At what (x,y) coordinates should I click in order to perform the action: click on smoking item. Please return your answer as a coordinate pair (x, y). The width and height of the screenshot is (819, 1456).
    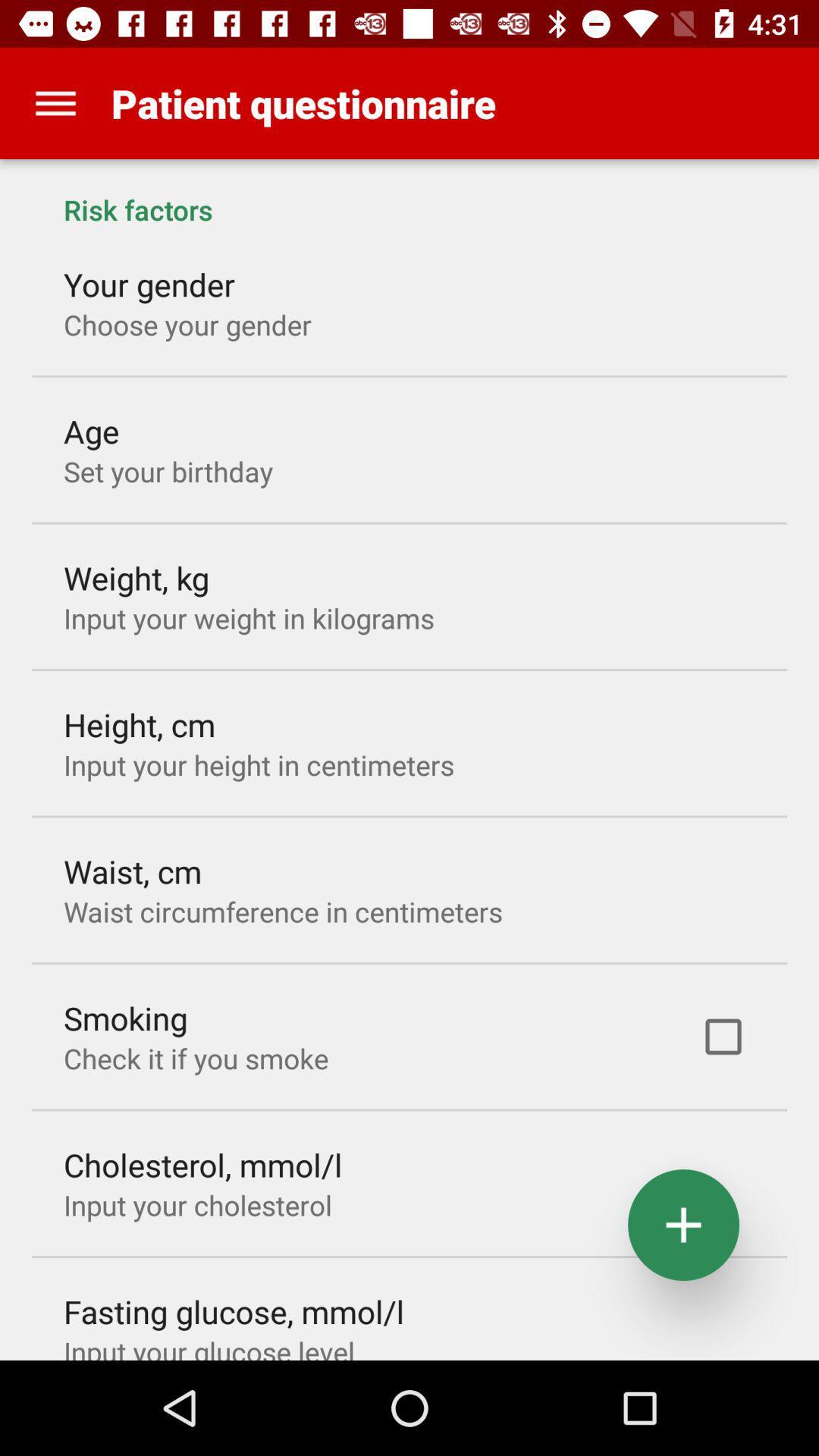
    Looking at the image, I should click on (124, 1018).